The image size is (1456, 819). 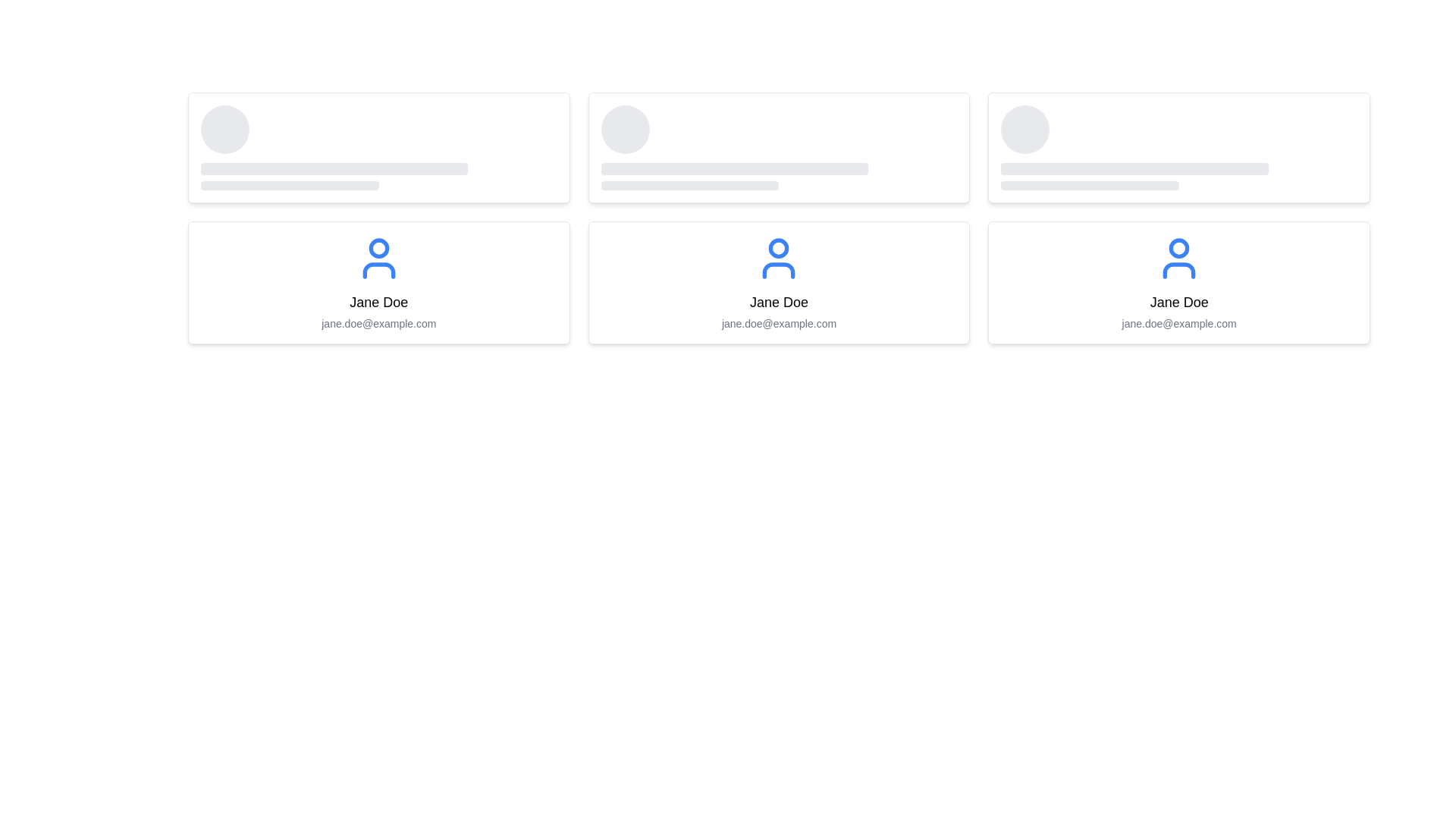 What do you see at coordinates (779, 270) in the screenshot?
I see `the curved blue line forming the base of the user icon, which is part of a user icon graphic with a circular head and body outline, located in the center card of three identical cards in the middle row` at bounding box center [779, 270].